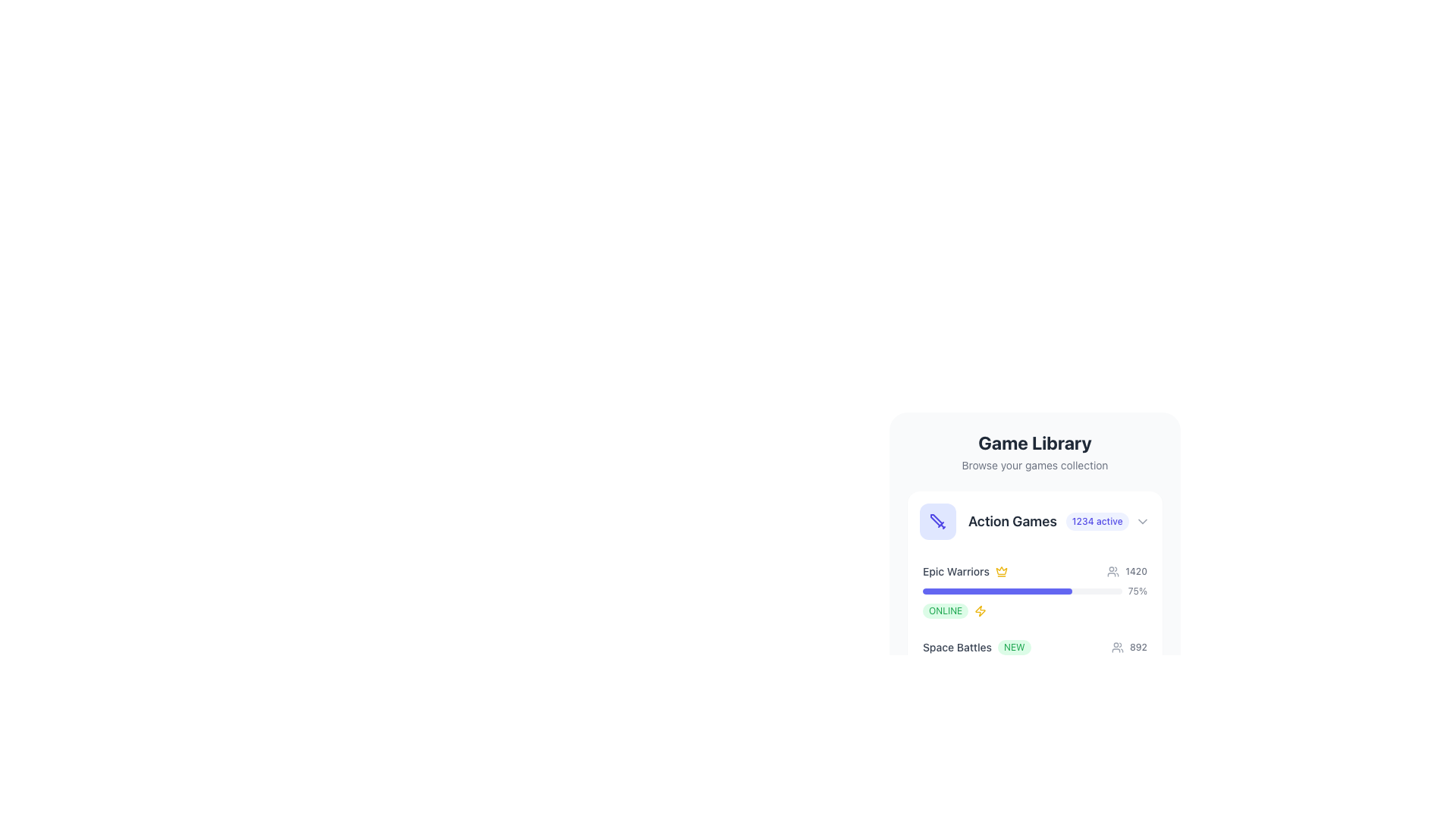  What do you see at coordinates (1012, 520) in the screenshot?
I see `the 'Action Games' text label in the Game Library interface, which is located to the right of an icon and to the left of a badge reading '1234 active'` at bounding box center [1012, 520].